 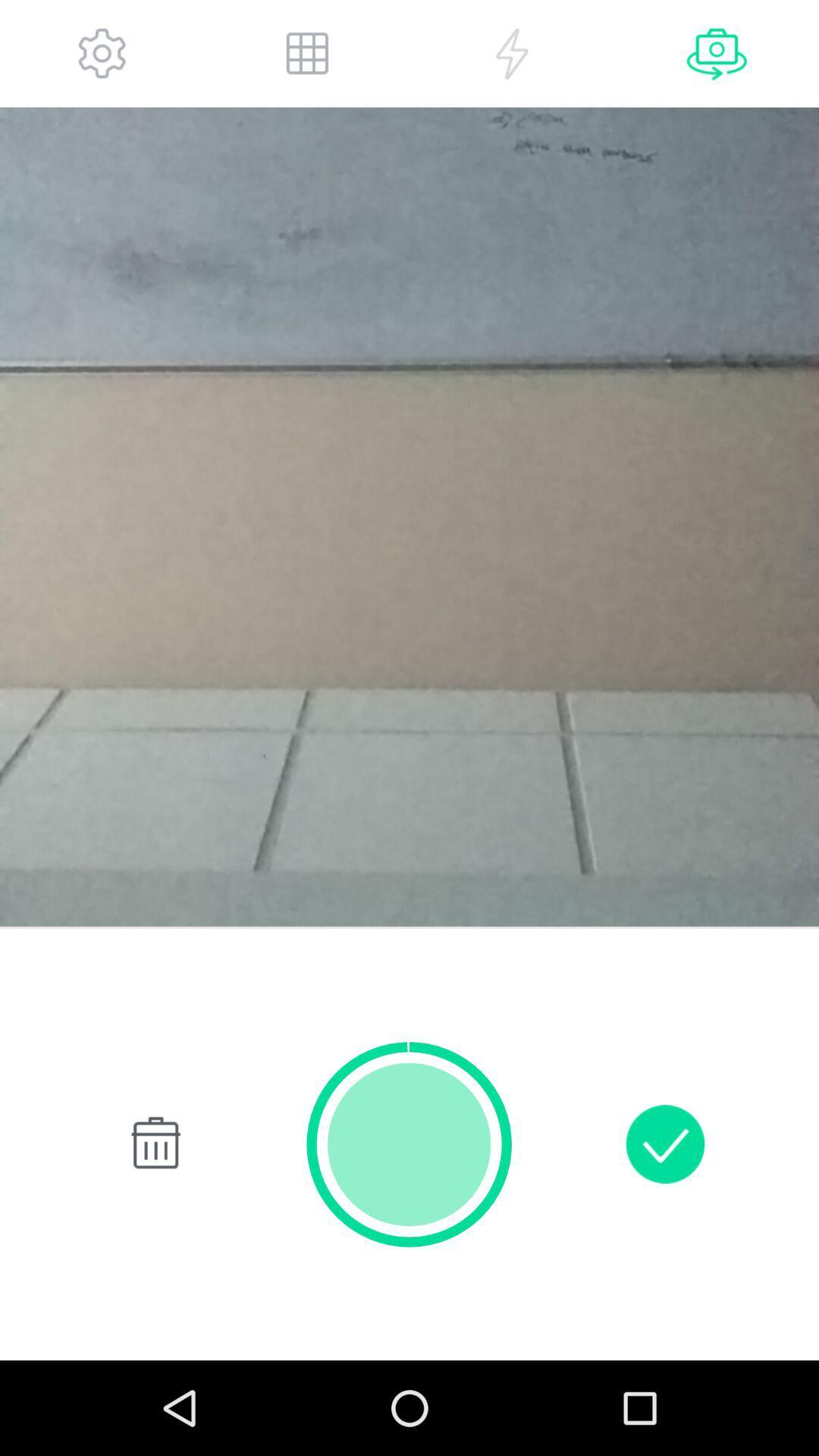 I want to click on the option, so click(x=512, y=53).